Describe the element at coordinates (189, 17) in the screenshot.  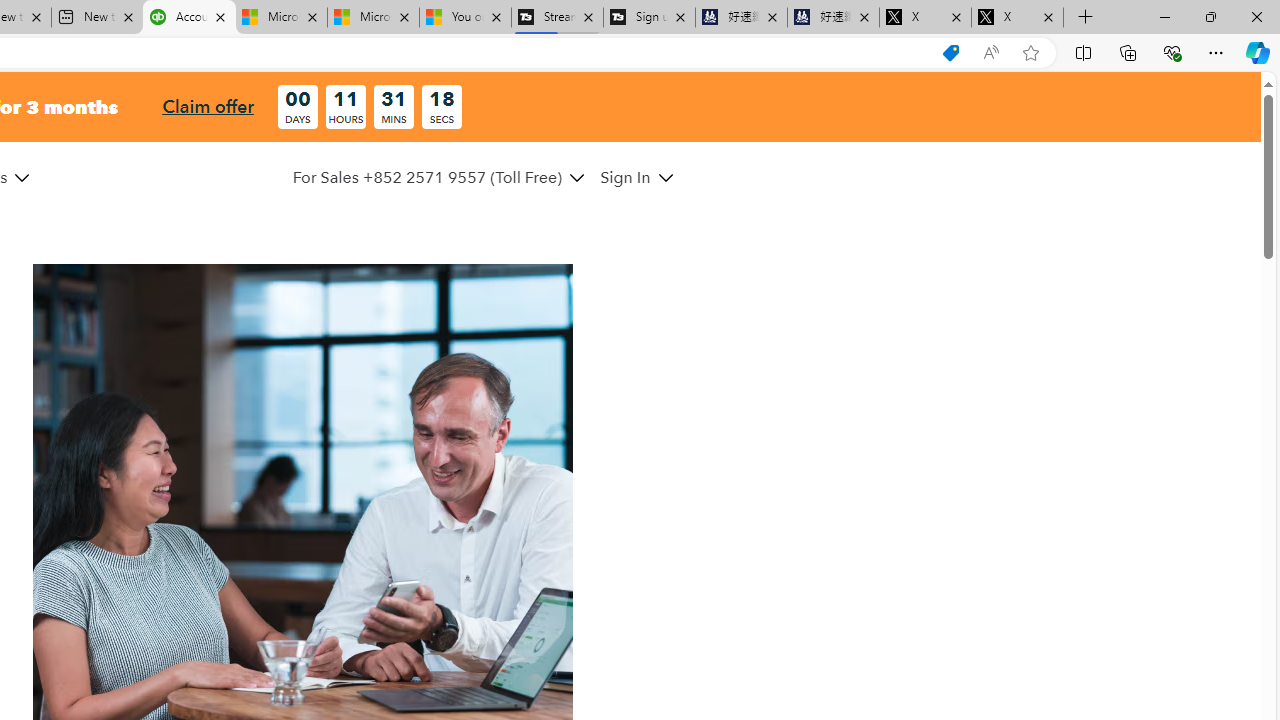
I see `'Accounting Software | QuickBooks Hong Kong'` at that location.